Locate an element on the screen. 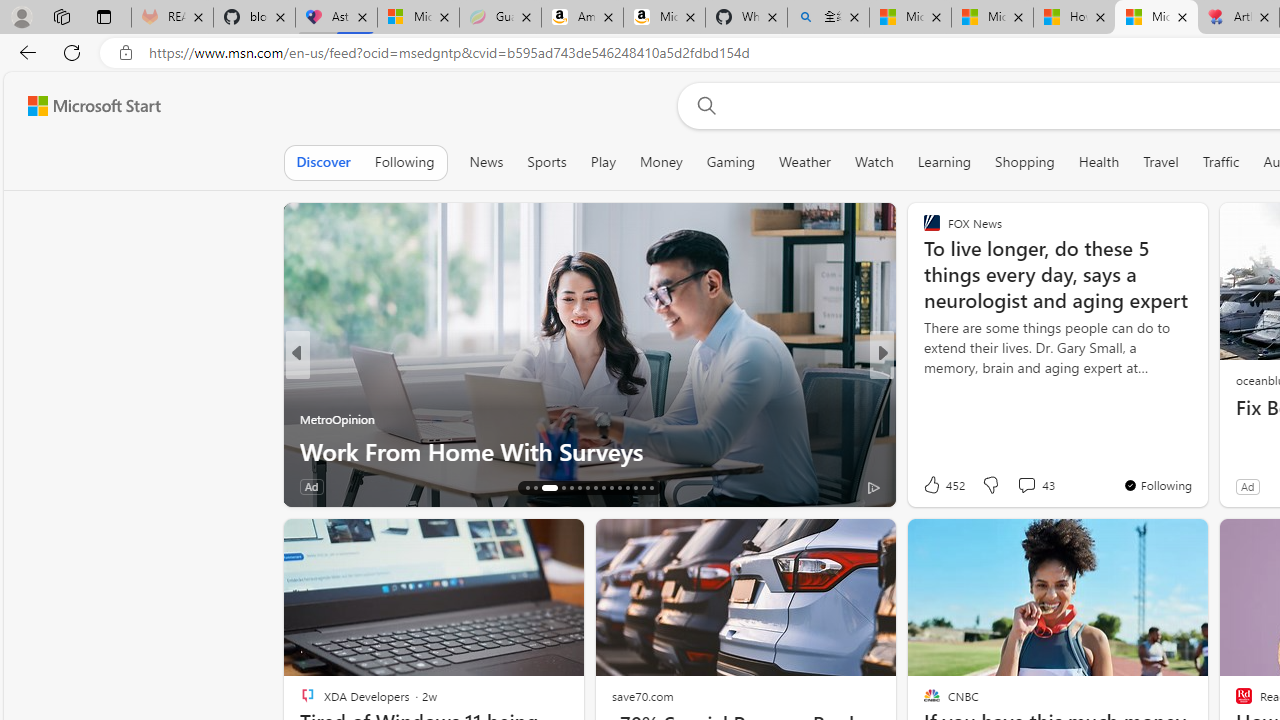  'View comments 7 Comment' is located at coordinates (1026, 486).